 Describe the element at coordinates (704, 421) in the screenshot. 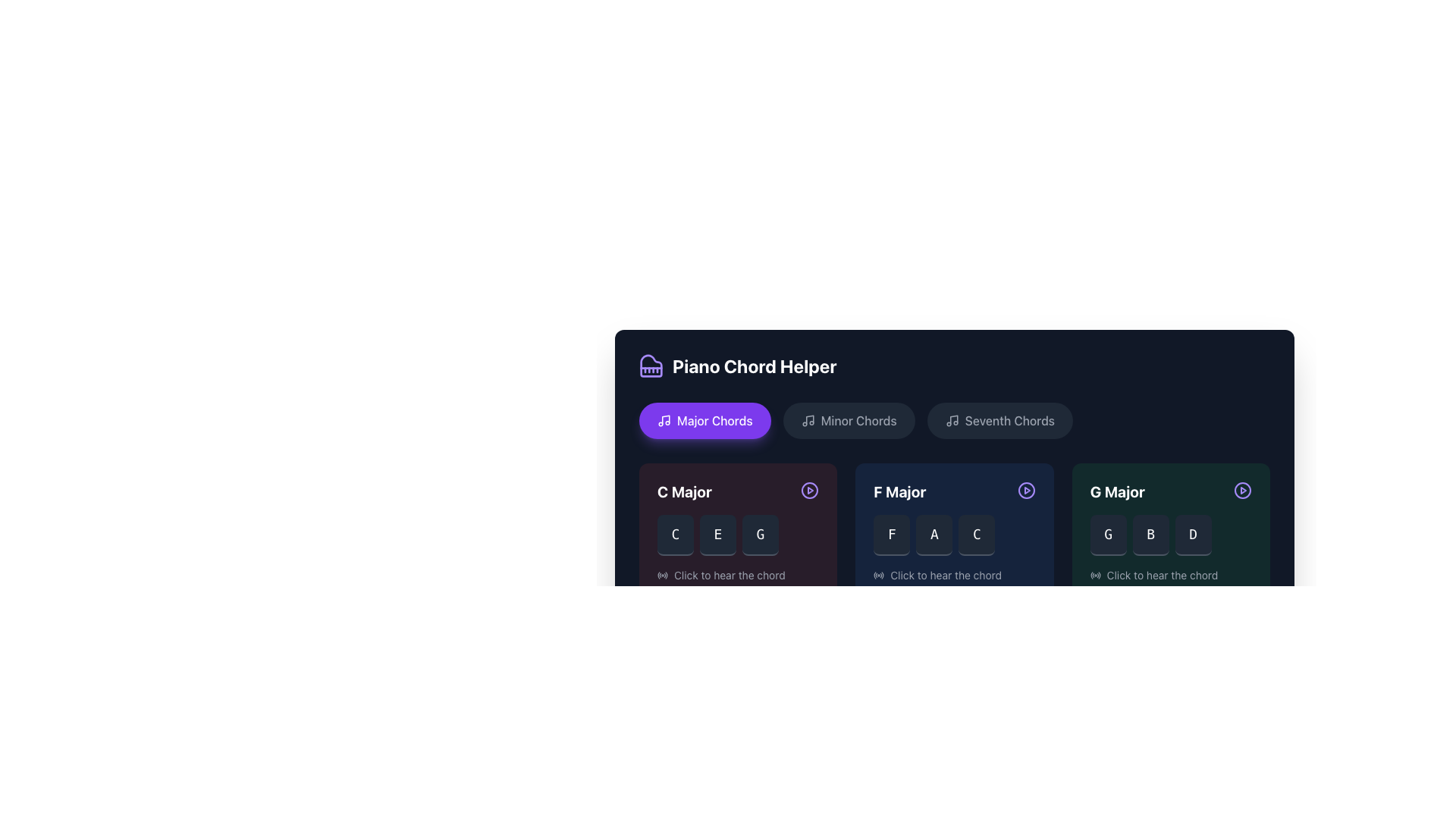

I see `the first button labeled 'Major Chords' in the horizontal row of buttons under the 'Piano Chord Helper' title` at that location.